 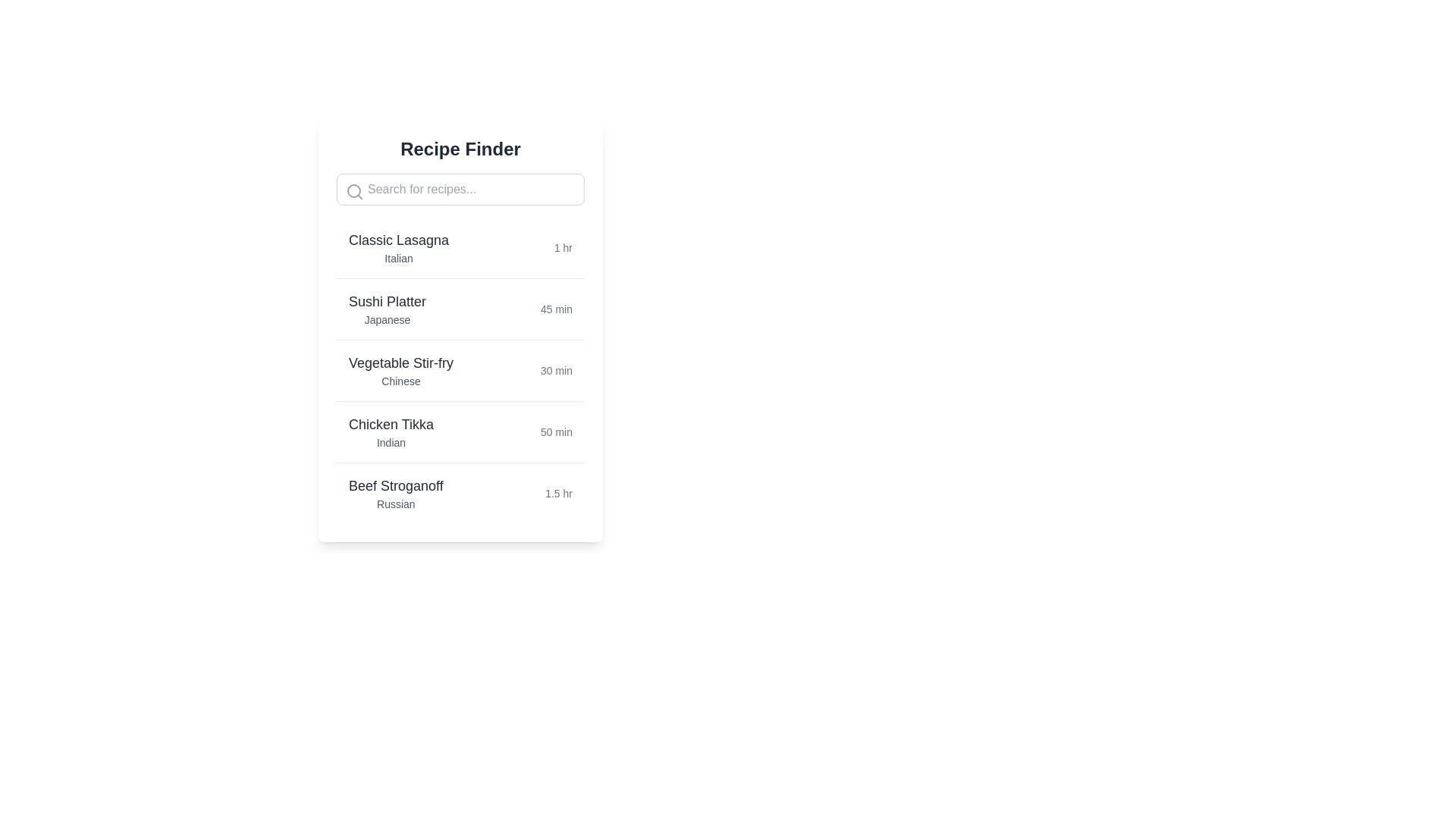 What do you see at coordinates (460, 149) in the screenshot?
I see `the Text Label that indicates the recipe-finding feature, positioned centrally at the top of the white card-like box` at bounding box center [460, 149].